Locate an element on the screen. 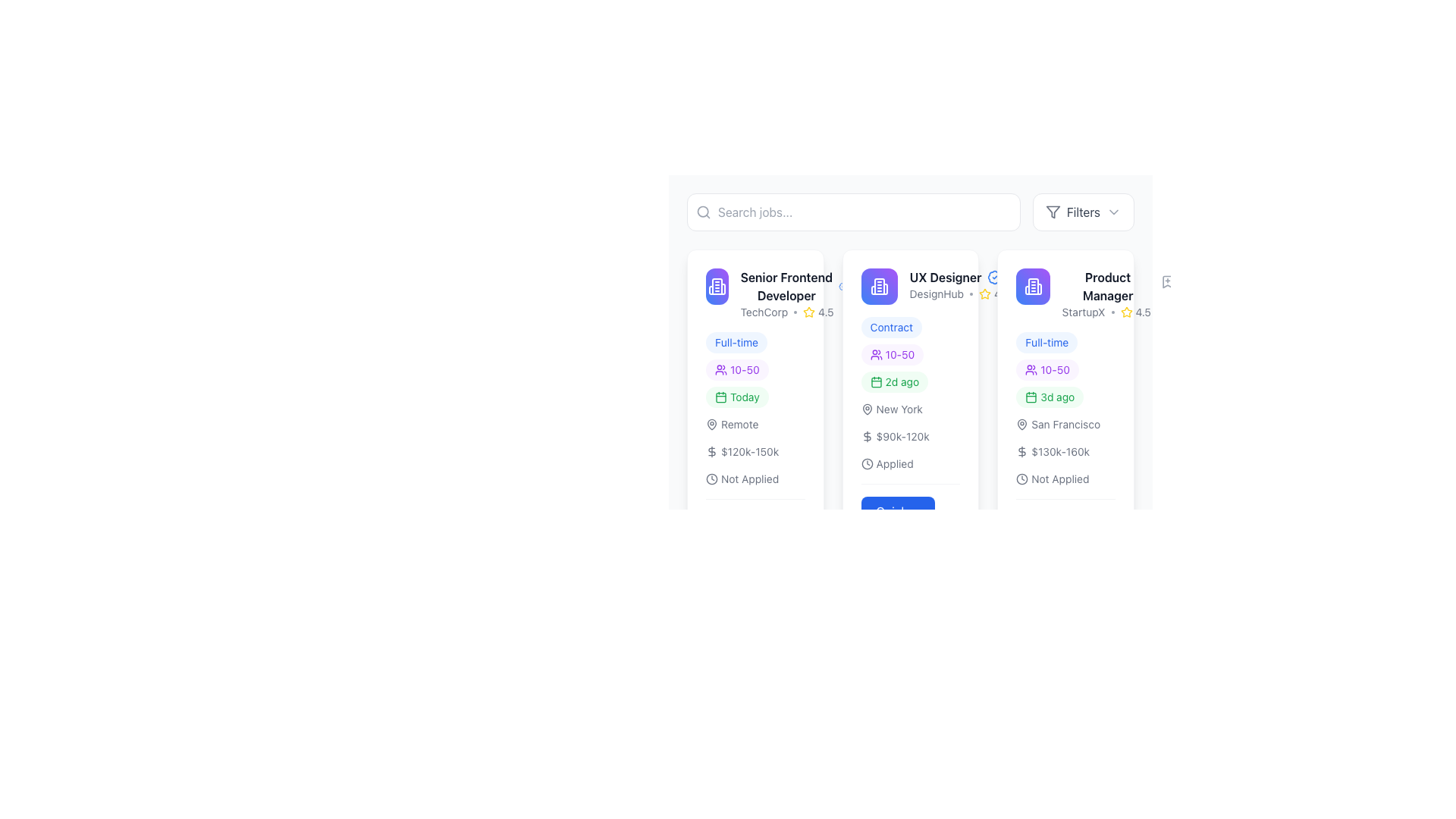 The width and height of the screenshot is (1456, 819). the rating indicator element that shows '4.5' with a yellow star icon, located to the right of the 'TechCorp' text in the job listing card is located at coordinates (817, 312).